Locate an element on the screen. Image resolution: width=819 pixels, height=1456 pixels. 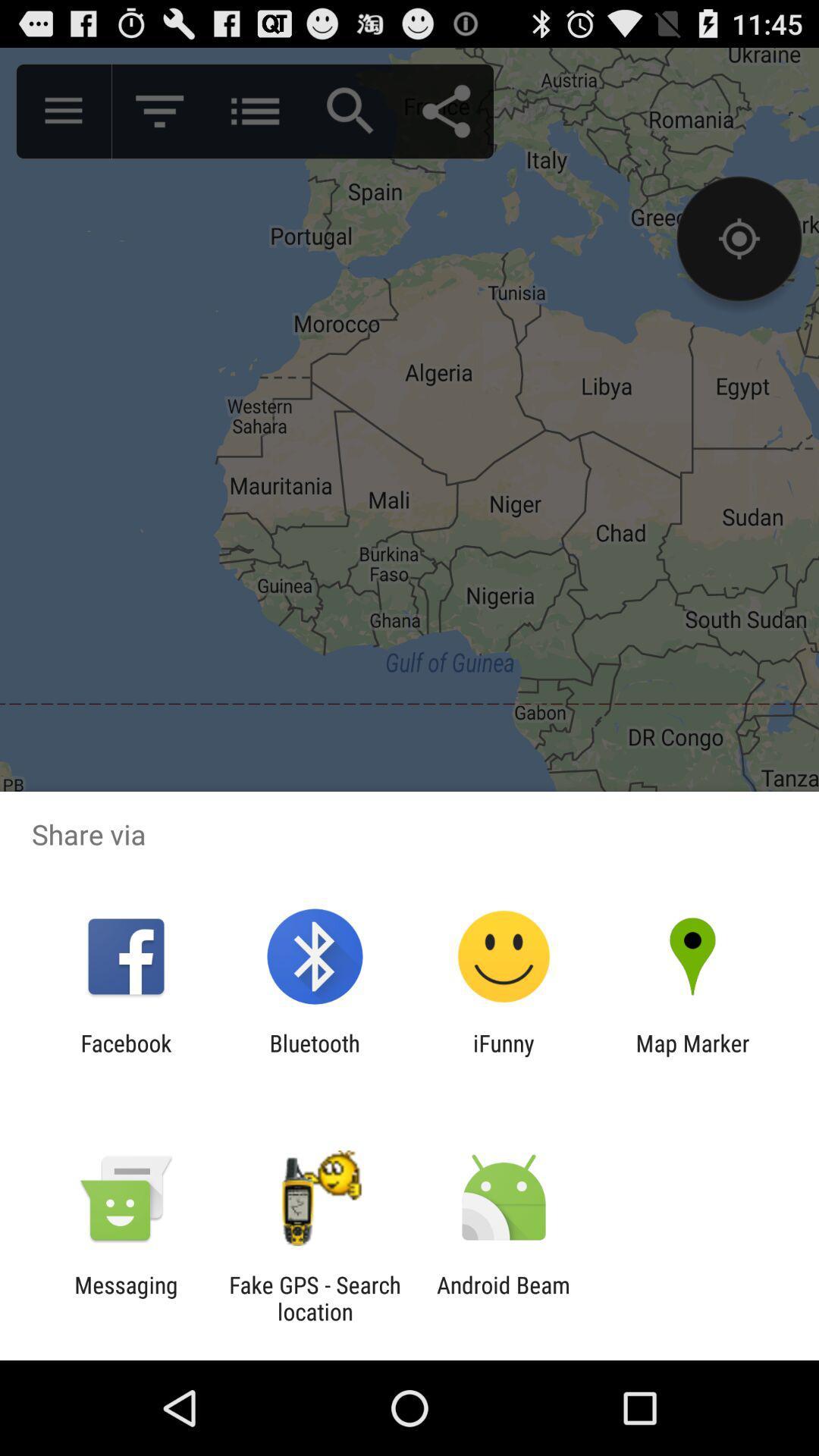
the item to the left of the map marker item is located at coordinates (504, 1056).